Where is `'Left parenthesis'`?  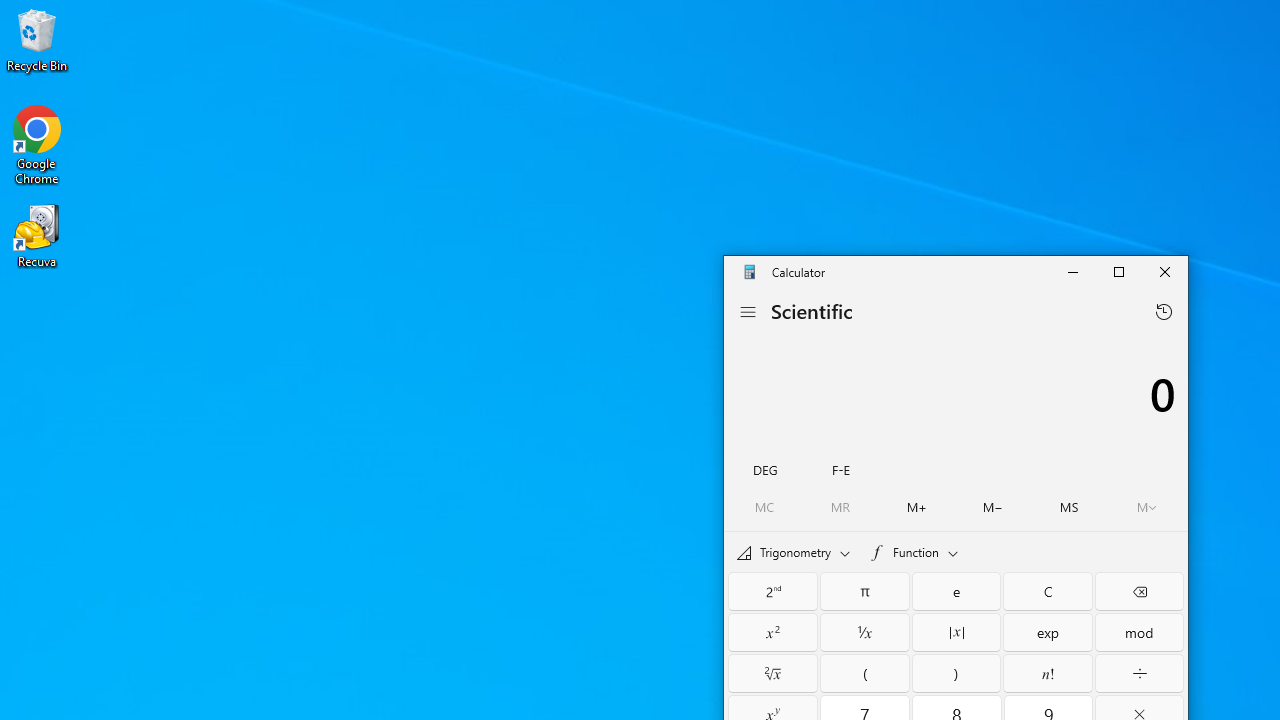
'Left parenthesis' is located at coordinates (865, 673).